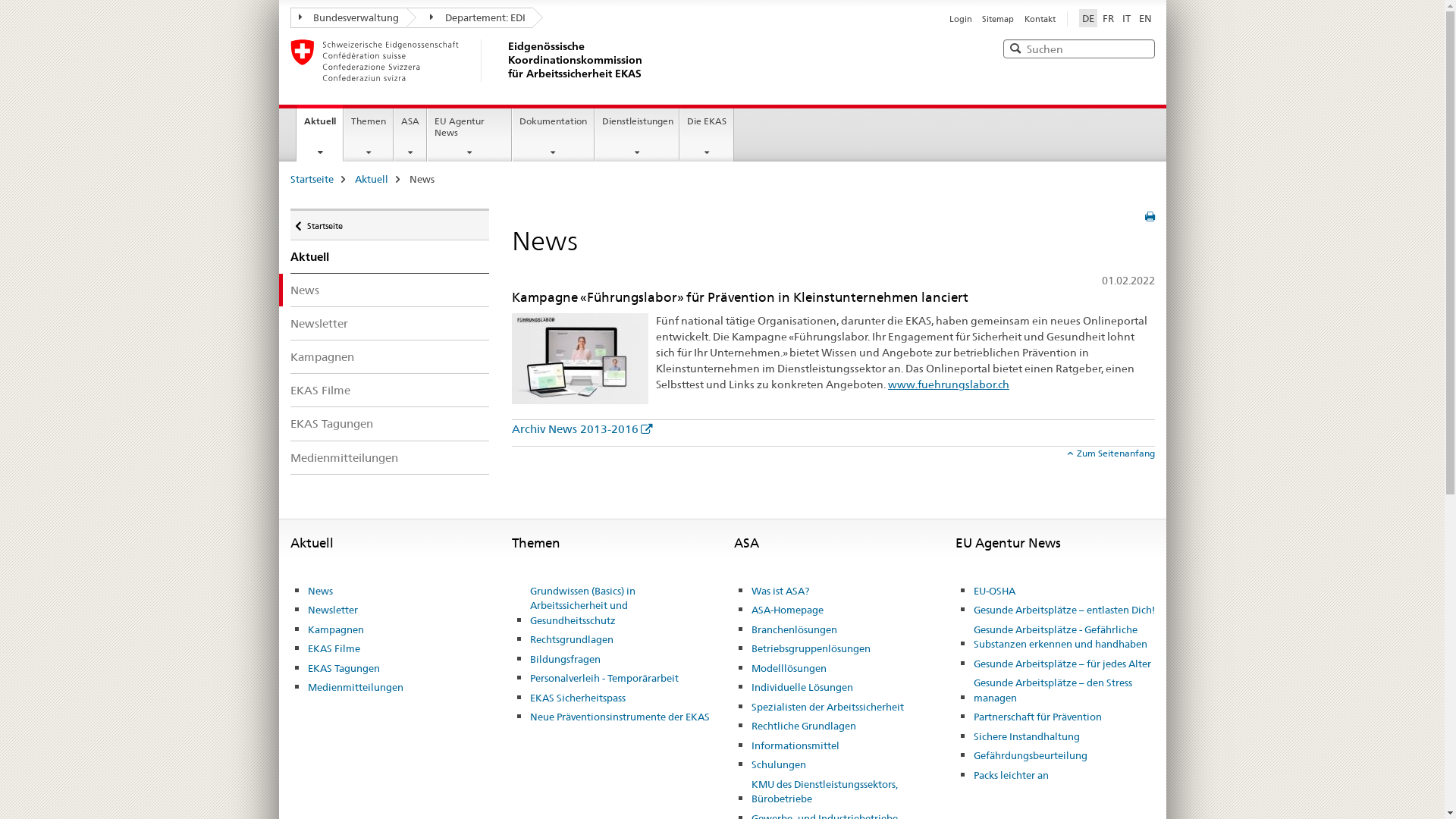 The width and height of the screenshot is (1456, 819). I want to click on 'EN', so click(1145, 17).